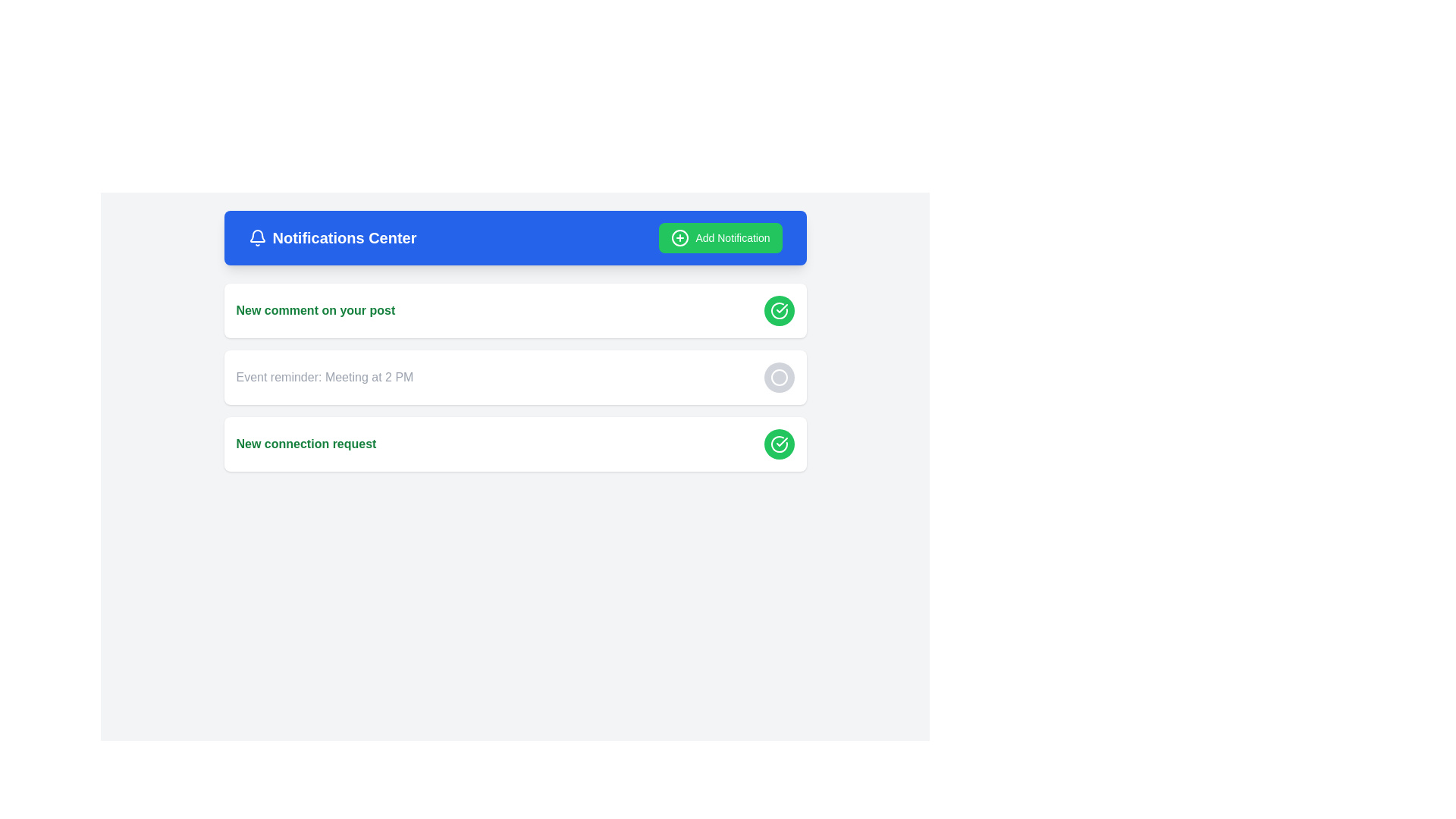  What do you see at coordinates (720, 237) in the screenshot?
I see `the 'Add Notification' button located on the right side of the blue header bar labeled 'Notifications Center'` at bounding box center [720, 237].